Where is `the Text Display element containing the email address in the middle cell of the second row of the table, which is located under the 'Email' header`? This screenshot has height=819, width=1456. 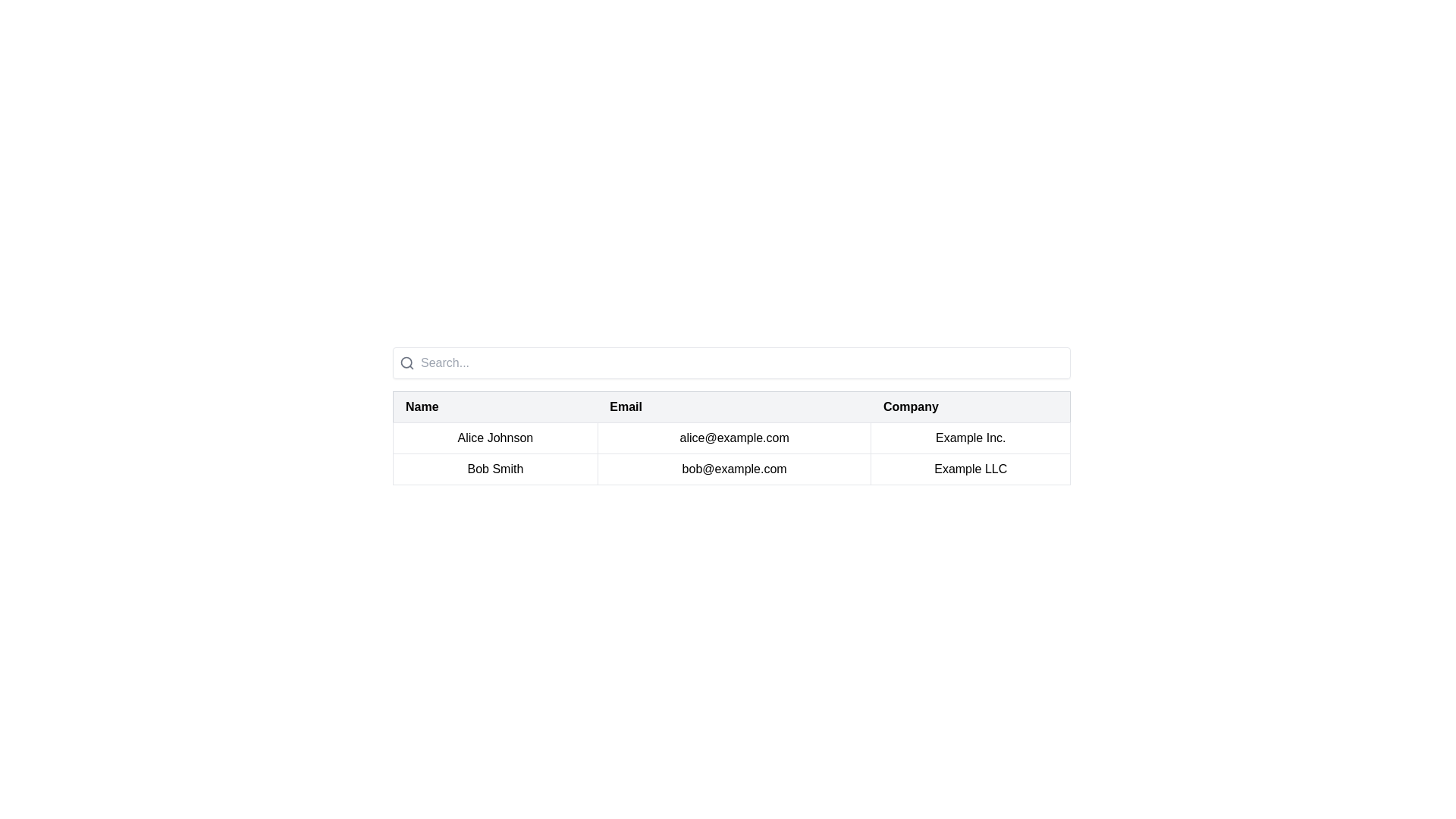 the Text Display element containing the email address in the middle cell of the second row of the table, which is located under the 'Email' header is located at coordinates (734, 468).